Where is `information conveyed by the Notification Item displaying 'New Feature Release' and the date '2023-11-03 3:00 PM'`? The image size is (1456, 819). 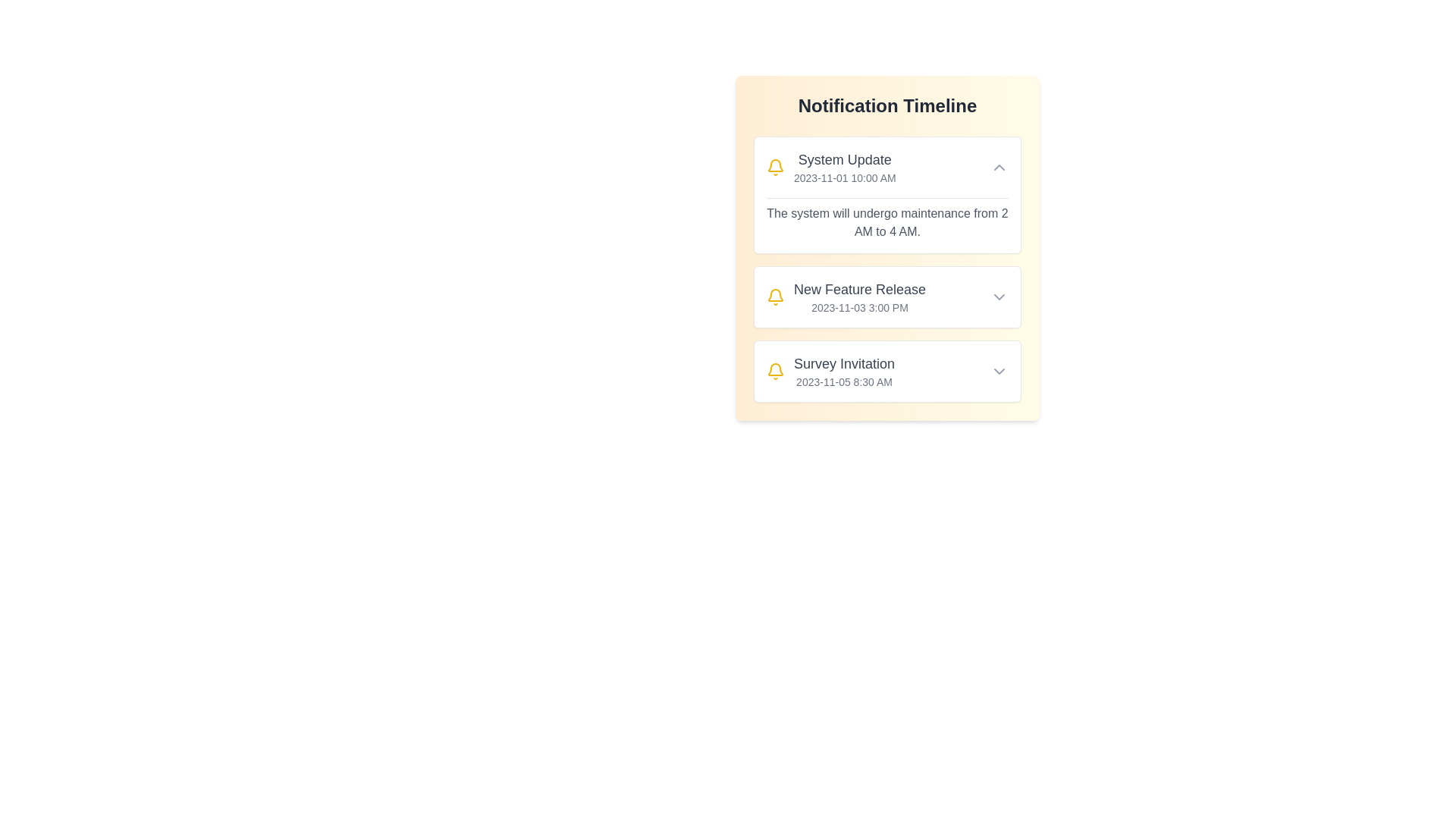
information conveyed by the Notification Item displaying 'New Feature Release' and the date '2023-11-03 3:00 PM' is located at coordinates (846, 297).